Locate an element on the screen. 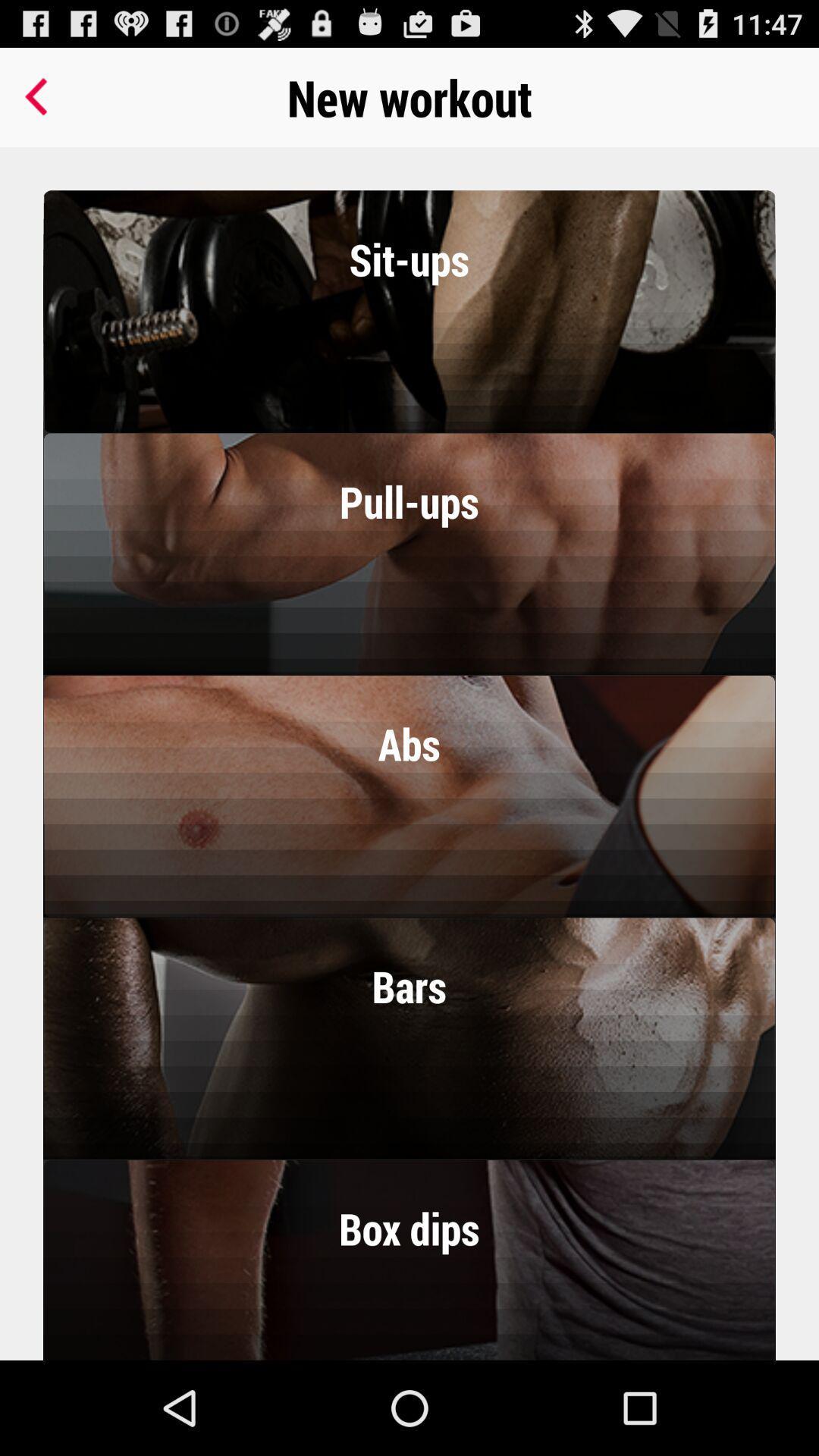  the item at the top left corner is located at coordinates (39, 96).